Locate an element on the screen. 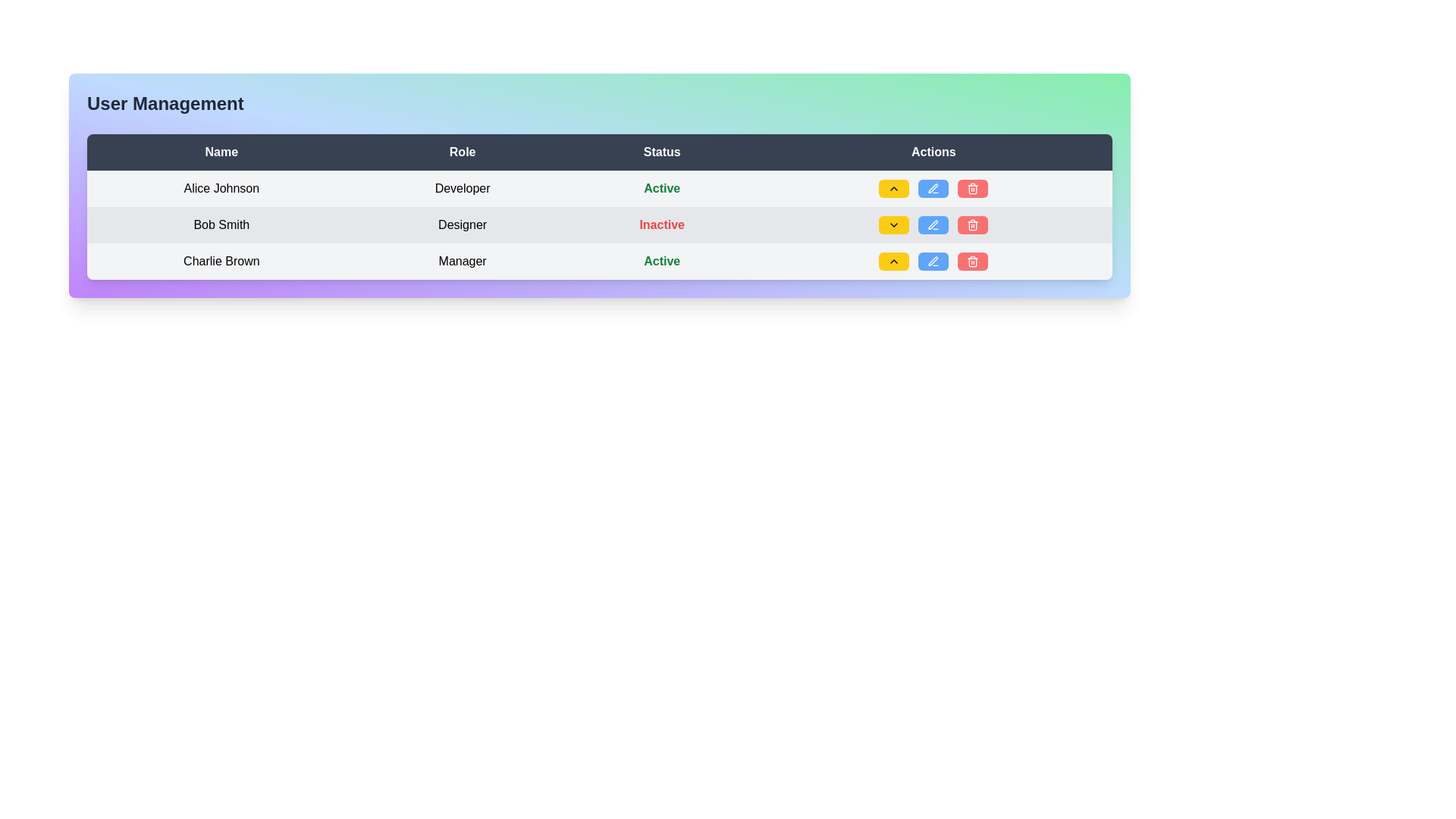  the Text Label that serves as the name label for a specific user in the first row of the table under the 'Name' column is located at coordinates (221, 188).